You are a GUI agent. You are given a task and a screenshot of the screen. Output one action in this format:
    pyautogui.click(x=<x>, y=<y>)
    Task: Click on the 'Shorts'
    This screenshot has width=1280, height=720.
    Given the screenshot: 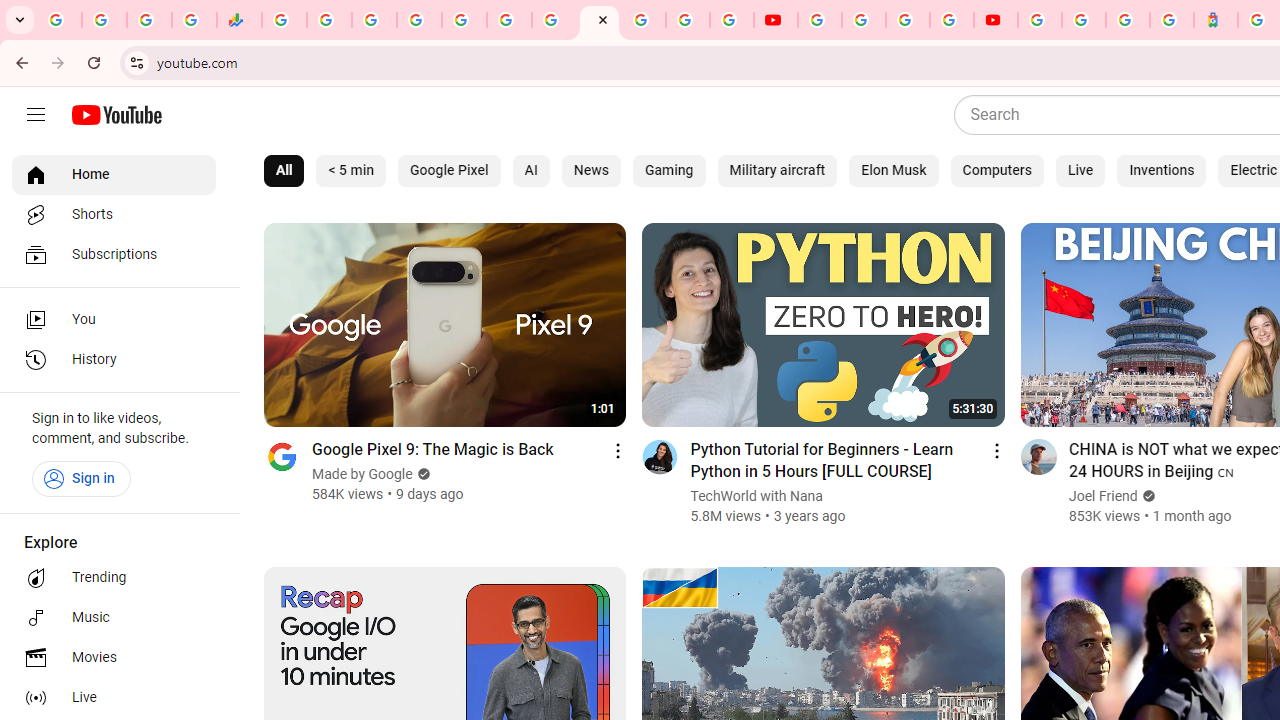 What is the action you would take?
    pyautogui.click(x=112, y=214)
    